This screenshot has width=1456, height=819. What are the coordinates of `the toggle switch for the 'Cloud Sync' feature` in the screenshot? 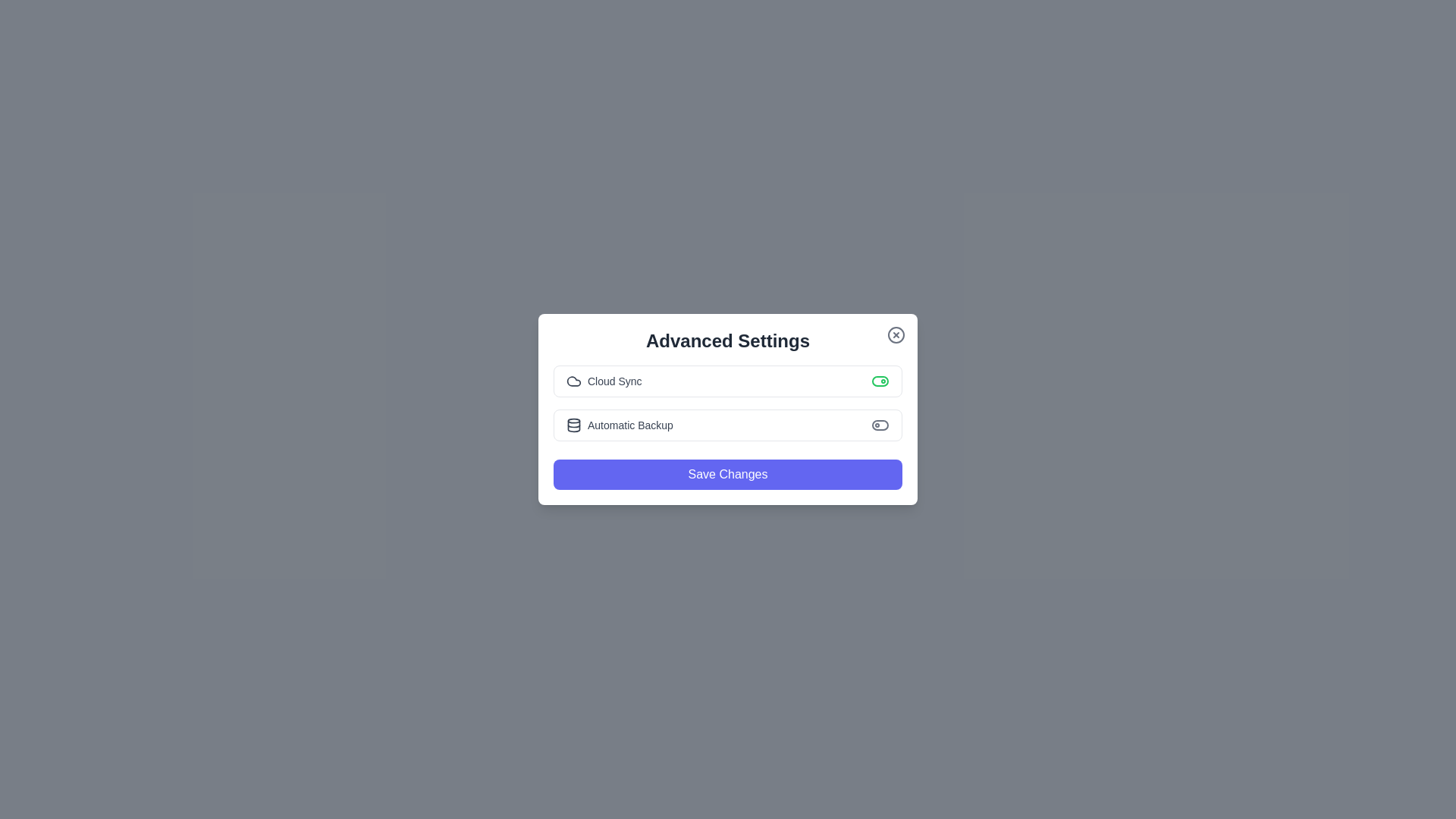 It's located at (880, 380).